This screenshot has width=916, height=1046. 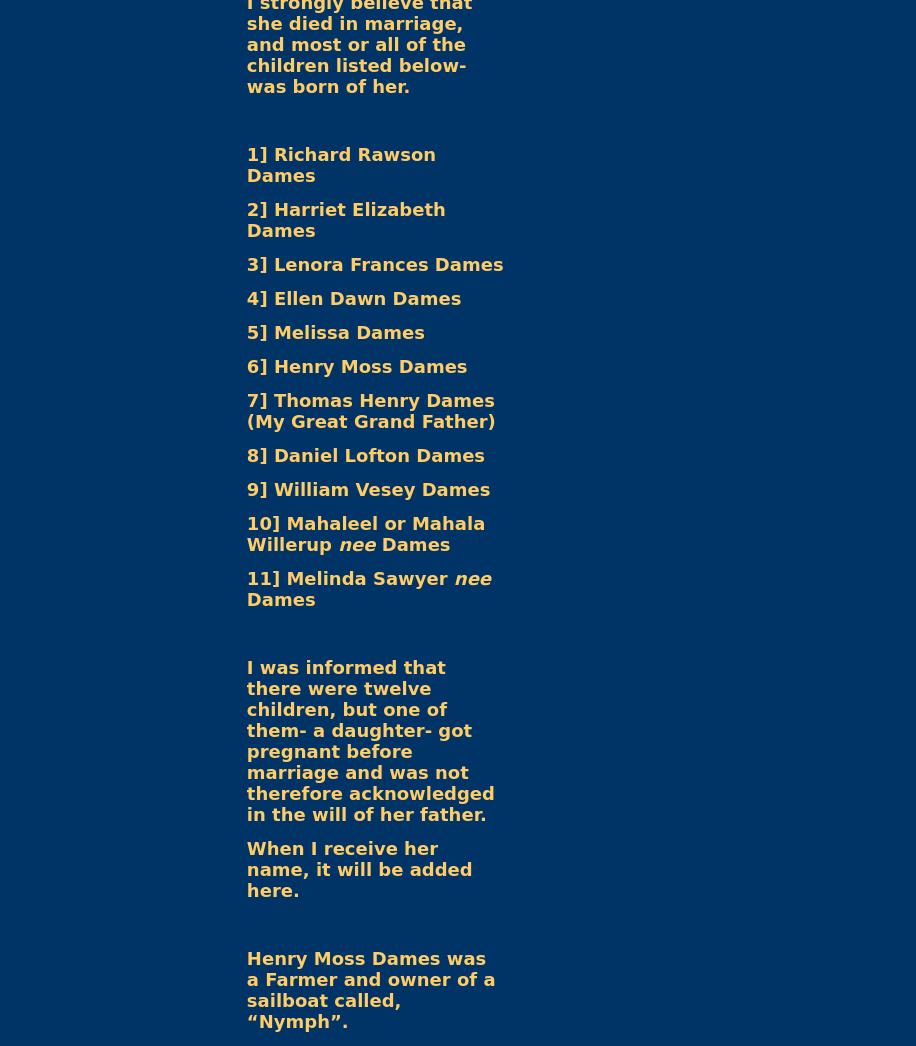 What do you see at coordinates (246, 164) in the screenshot?
I see `'1] Richard Rawson Dames'` at bounding box center [246, 164].